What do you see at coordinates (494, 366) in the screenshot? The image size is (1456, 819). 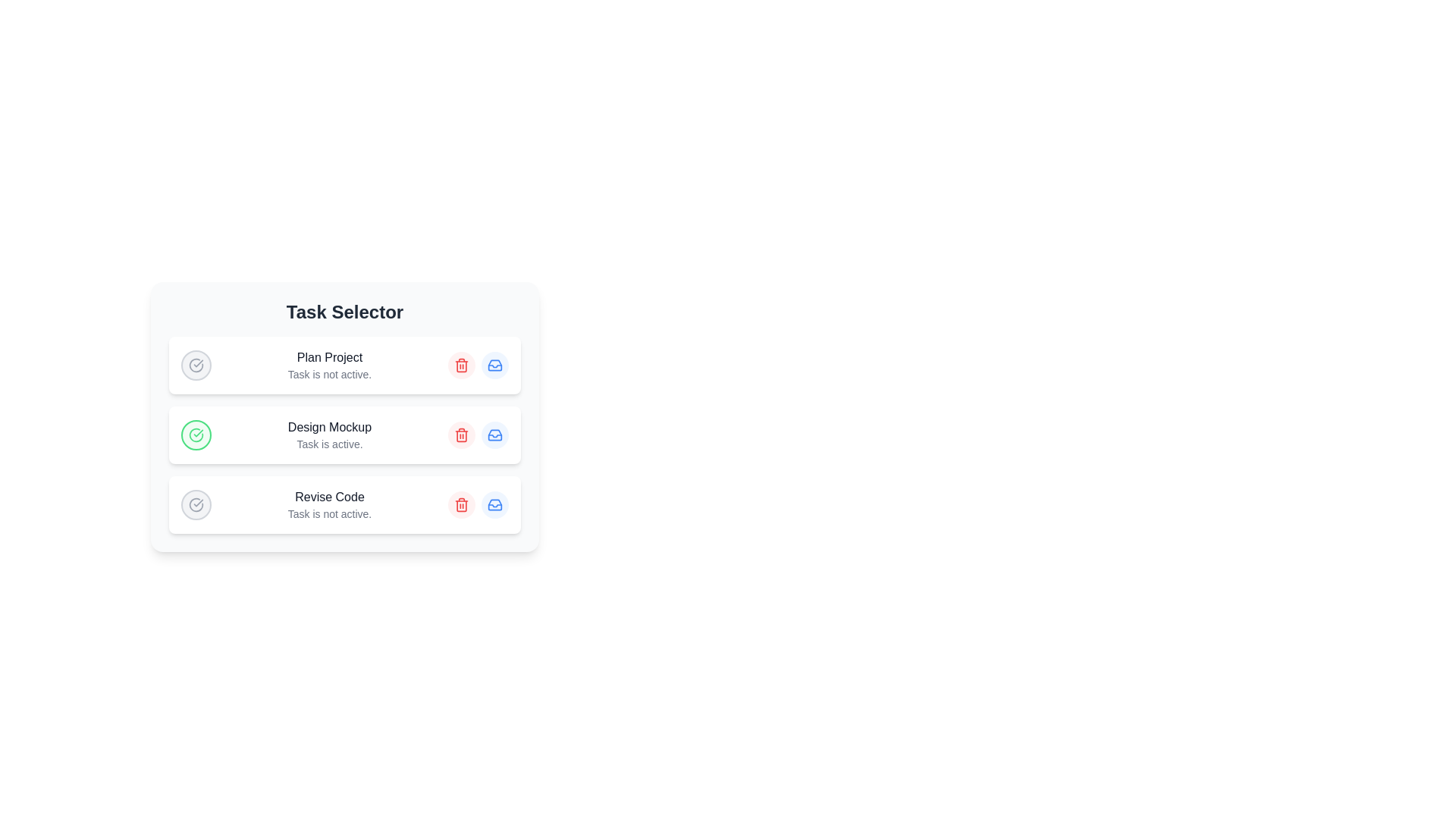 I see `the inbox icon with a blue outline located in the third column of the first row under the 'Task Selector' section` at bounding box center [494, 366].